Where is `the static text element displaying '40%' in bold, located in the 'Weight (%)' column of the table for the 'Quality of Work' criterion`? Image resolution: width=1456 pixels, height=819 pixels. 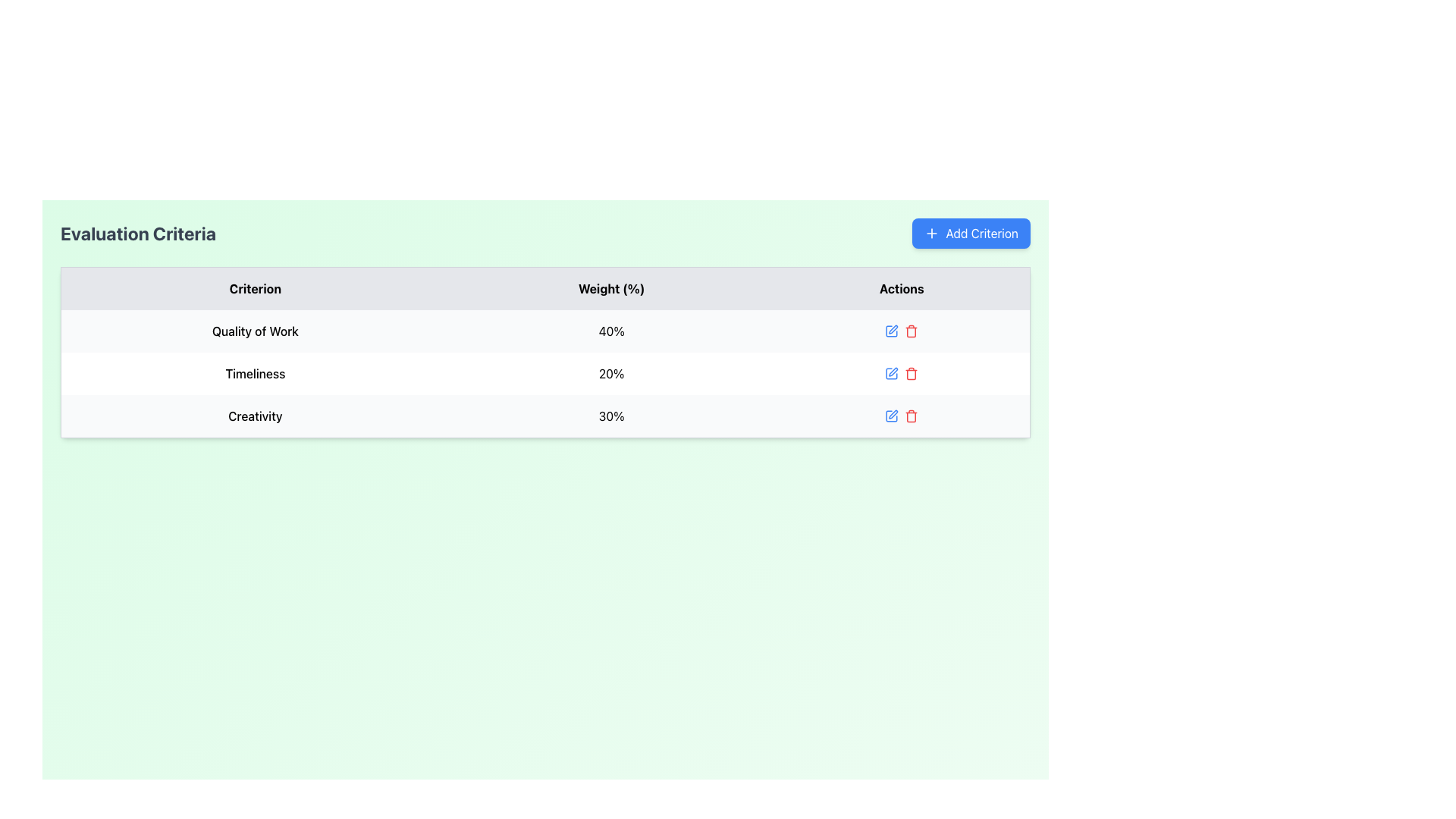 the static text element displaying '40%' in bold, located in the 'Weight (%)' column of the table for the 'Quality of Work' criterion is located at coordinates (611, 330).